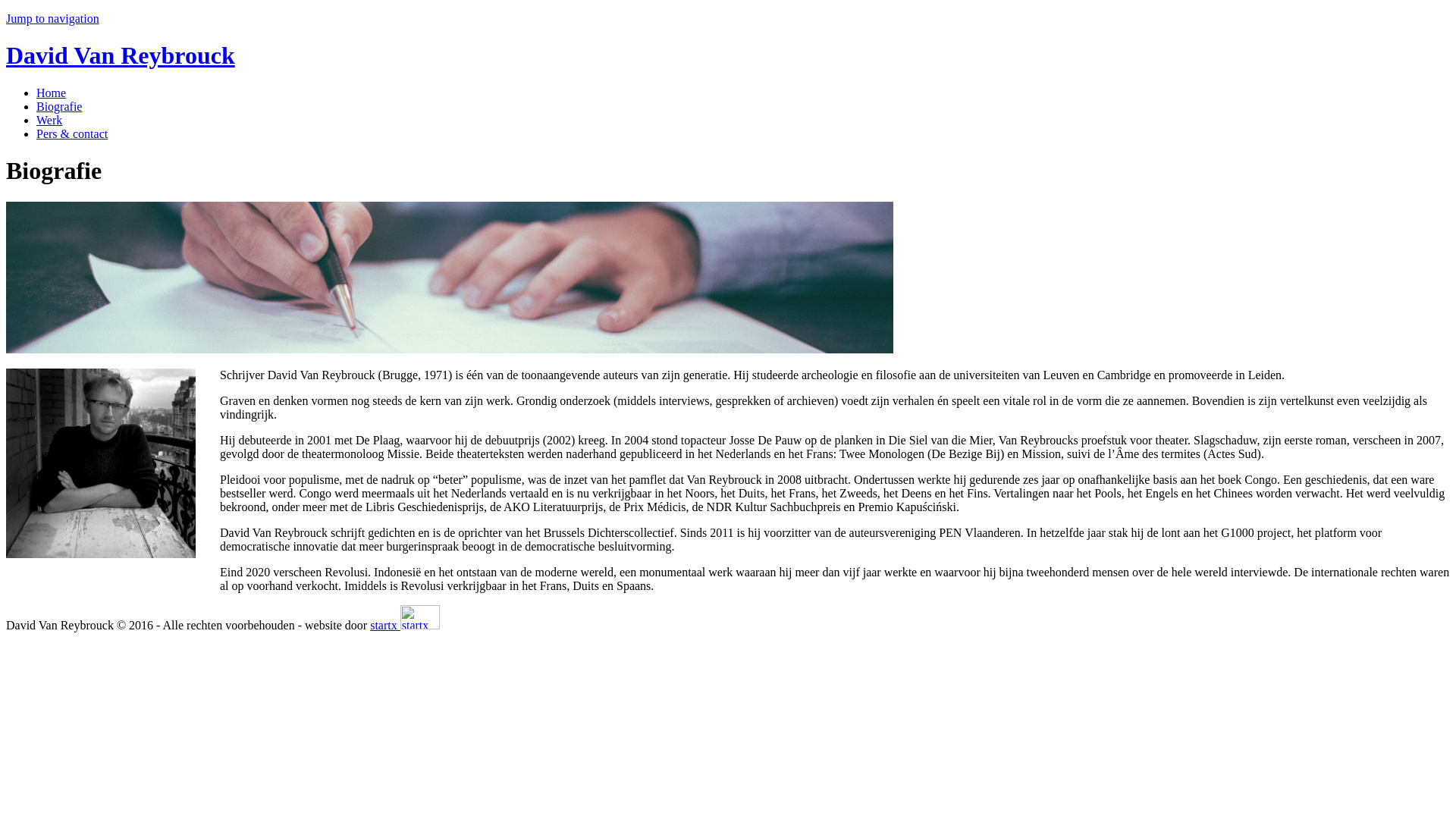 This screenshot has height=819, width=1456. What do you see at coordinates (36, 105) in the screenshot?
I see `'Biografie'` at bounding box center [36, 105].